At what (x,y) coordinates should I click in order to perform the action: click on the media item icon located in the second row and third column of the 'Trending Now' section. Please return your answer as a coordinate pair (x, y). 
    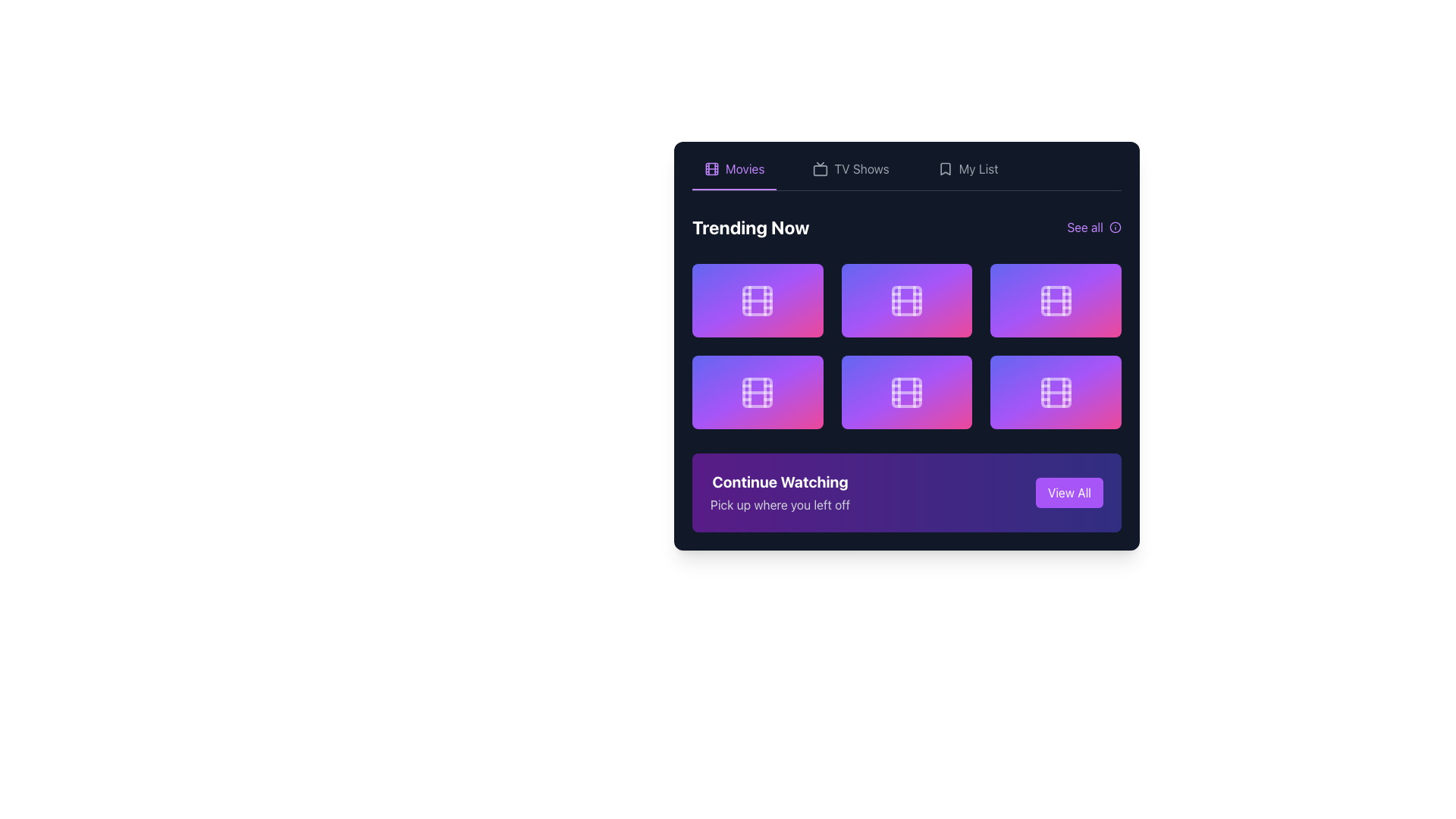
    Looking at the image, I should click on (1055, 300).